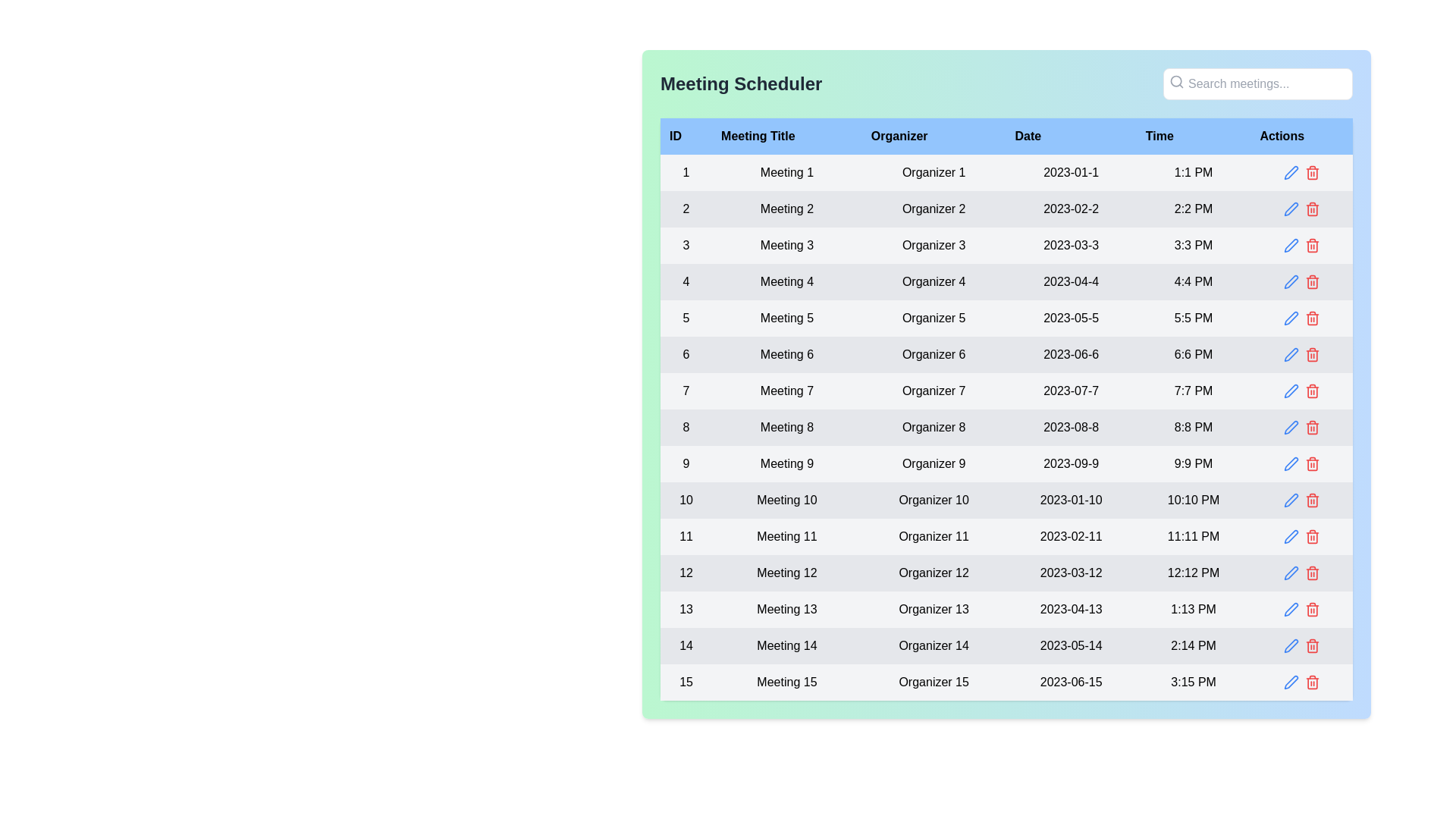 This screenshot has width=1456, height=819. What do you see at coordinates (1301, 536) in the screenshot?
I see `the action group with blue pencil and red trash can icons located in the last column of the row labeled '11'` at bounding box center [1301, 536].